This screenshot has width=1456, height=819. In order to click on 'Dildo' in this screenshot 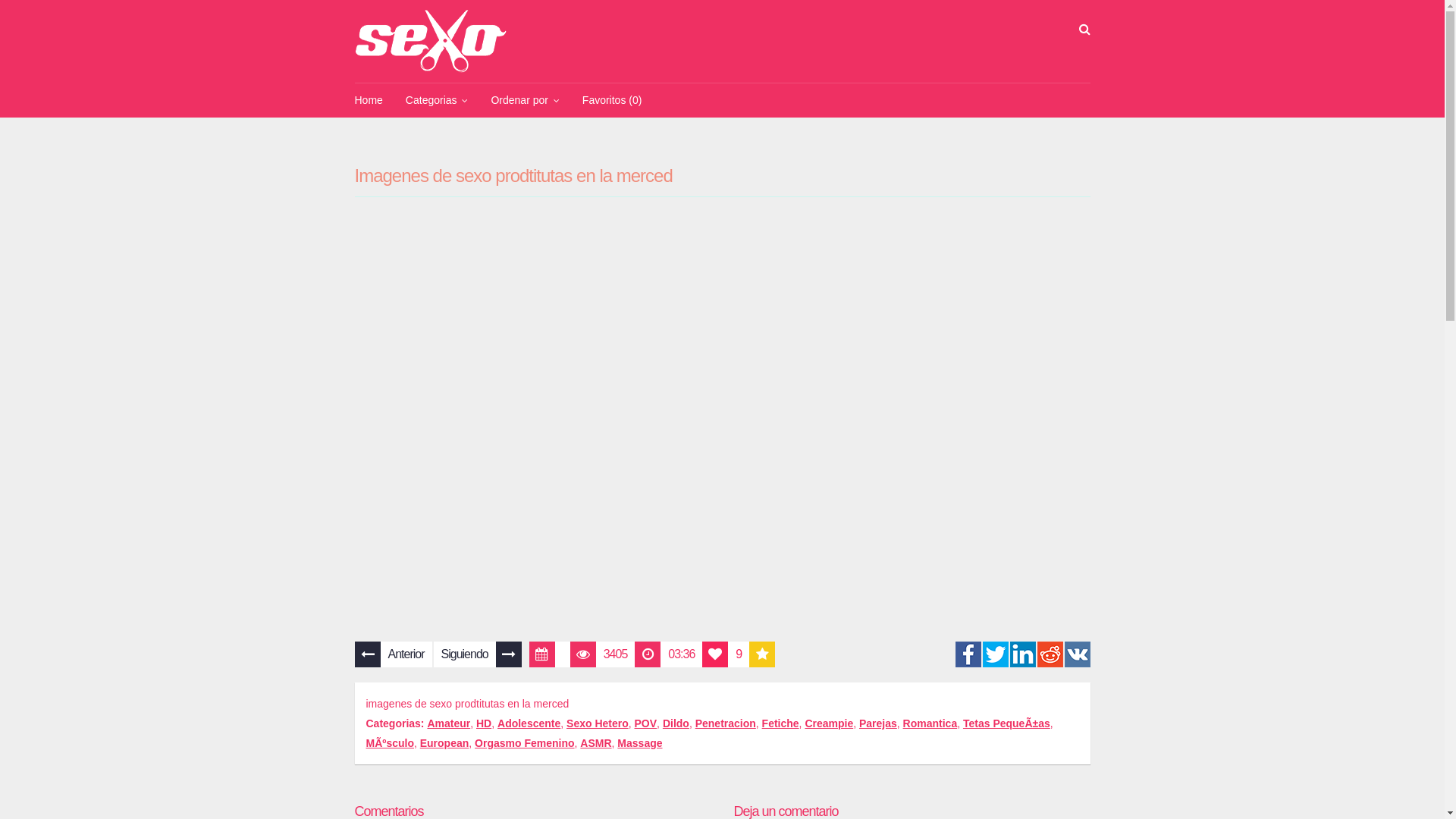, I will do `click(675, 722)`.